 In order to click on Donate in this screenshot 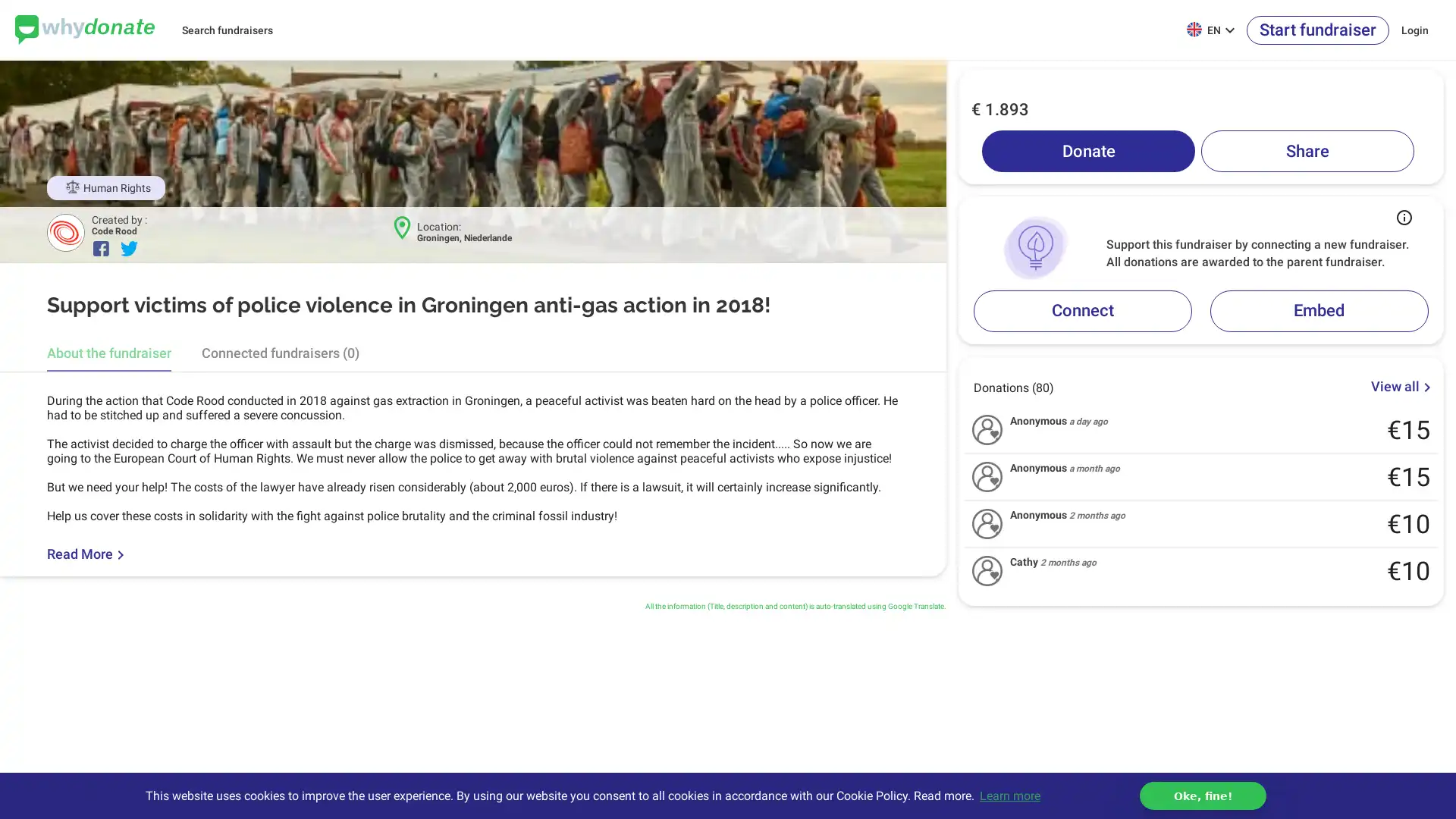, I will do `click(1087, 151)`.